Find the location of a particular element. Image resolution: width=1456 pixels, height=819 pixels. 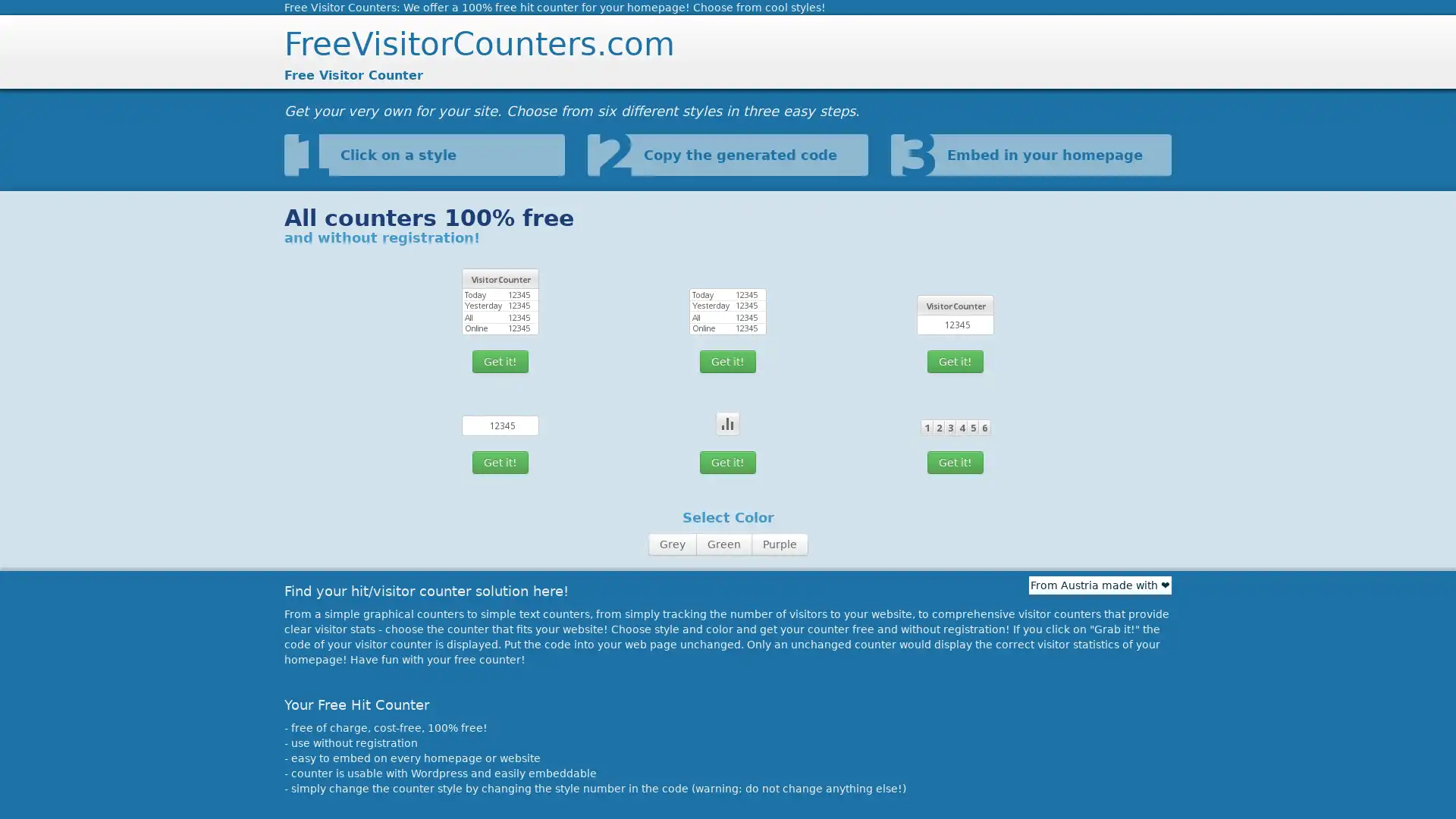

Purple is located at coordinates (779, 543).